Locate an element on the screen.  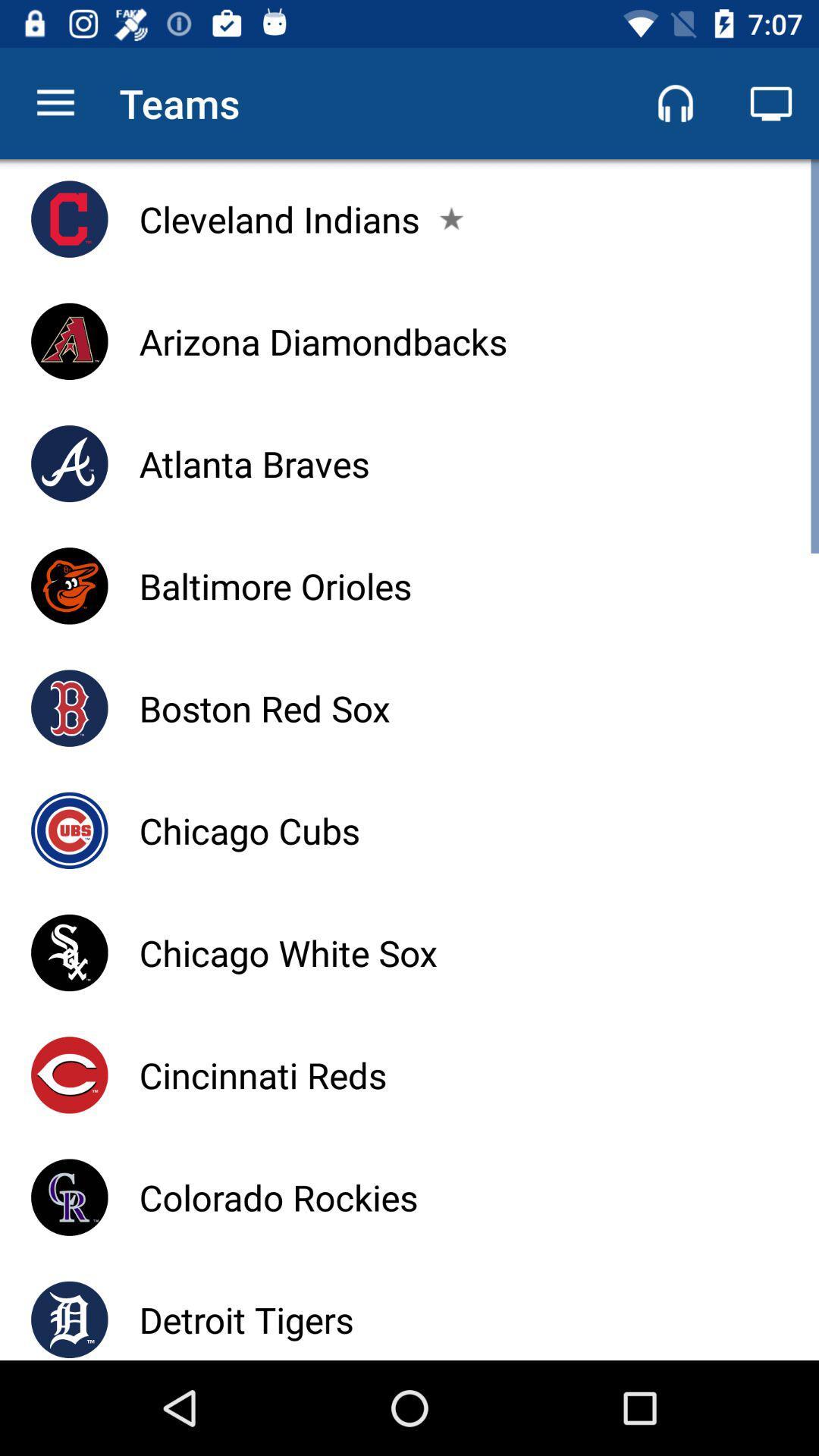
icon below baltimore orioles item is located at coordinates (264, 708).